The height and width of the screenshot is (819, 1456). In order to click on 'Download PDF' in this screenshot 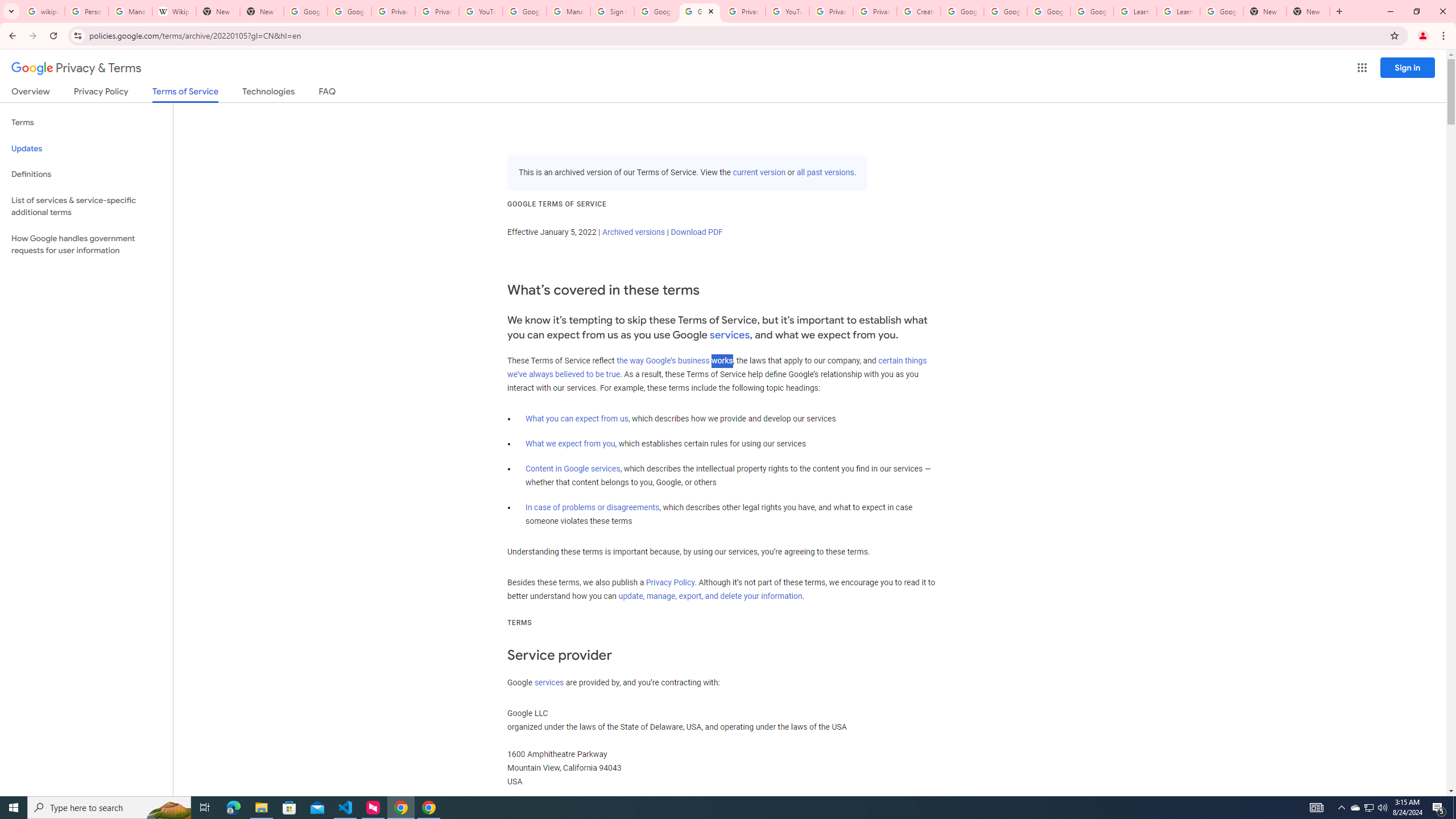, I will do `click(696, 231)`.